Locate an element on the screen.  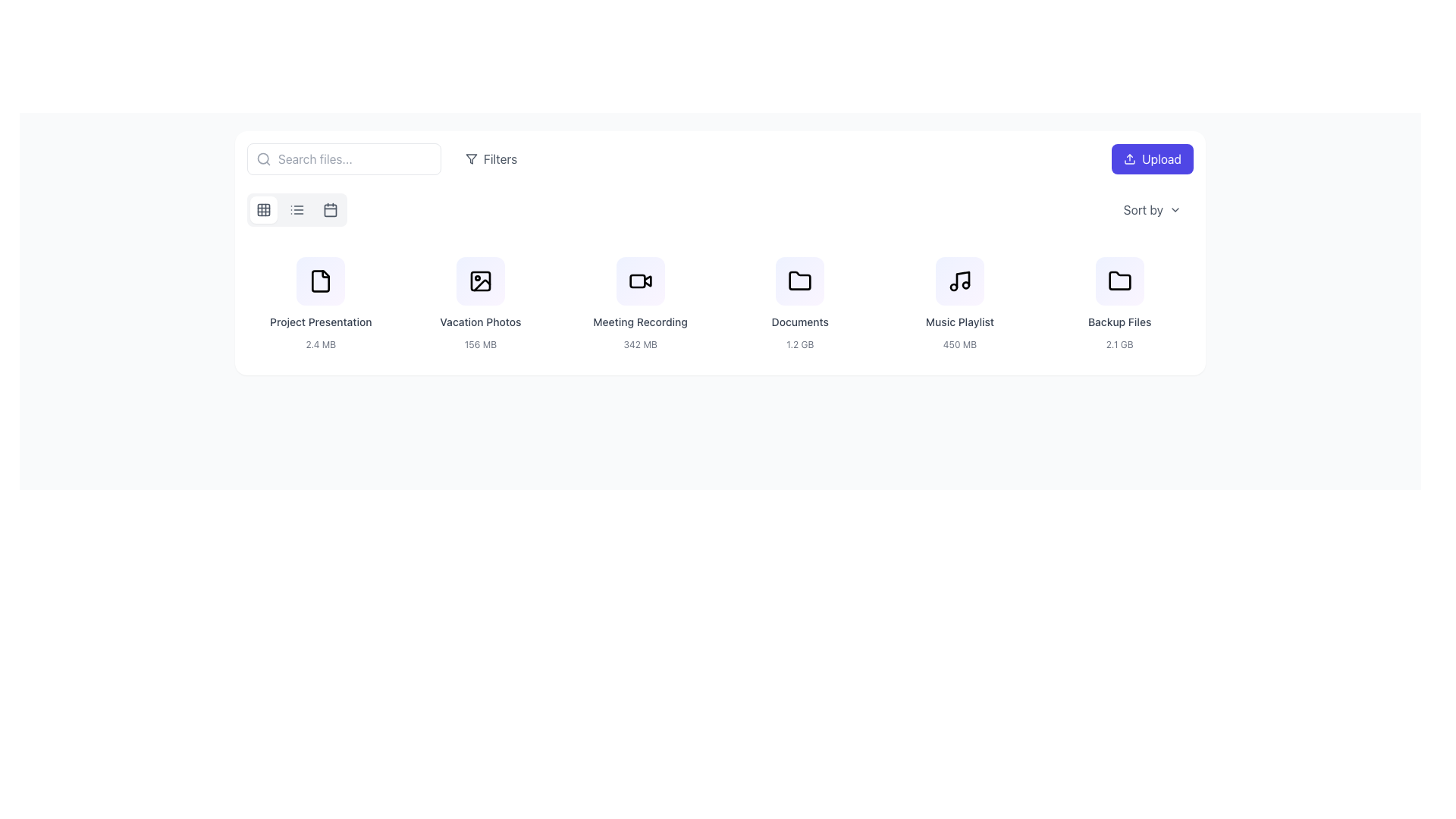
the static text label that displays the size of the file located directly below 'Meeting Recording' in the third file card is located at coordinates (640, 345).